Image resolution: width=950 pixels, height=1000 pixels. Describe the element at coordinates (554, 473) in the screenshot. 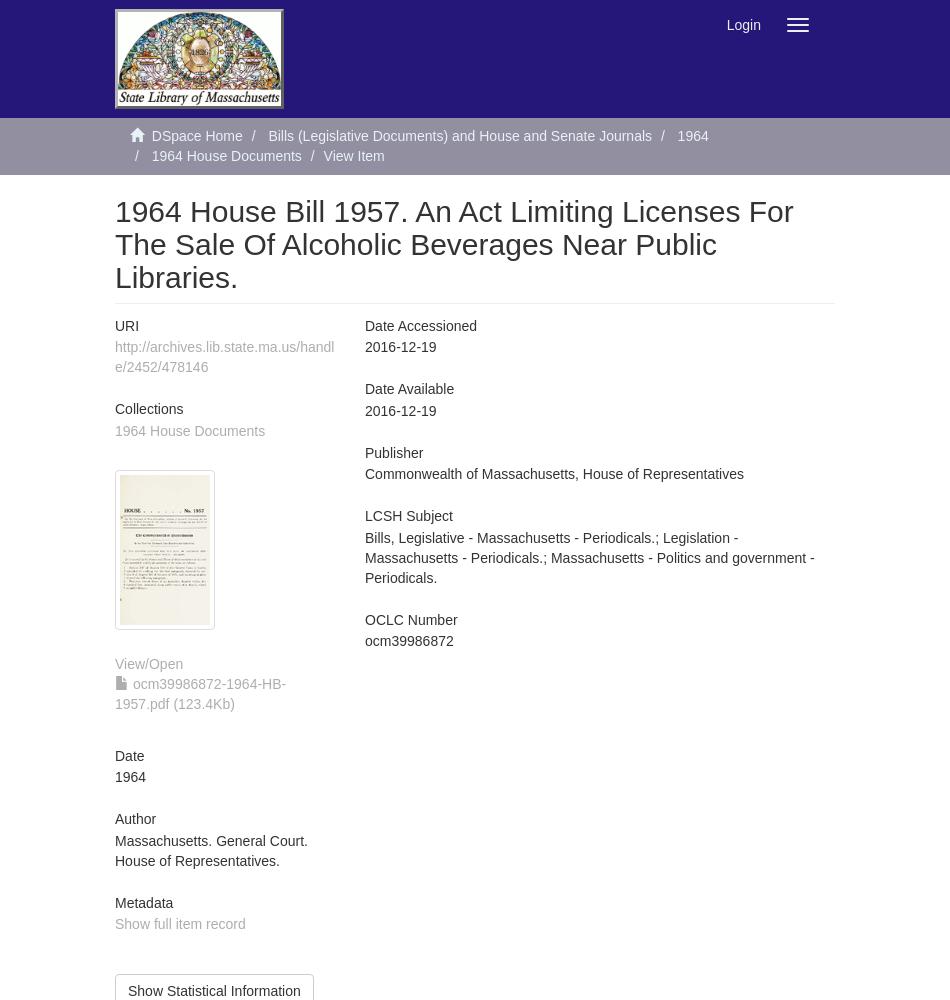

I see `'Commonwealth of Massachusetts, House of Representatives'` at that location.